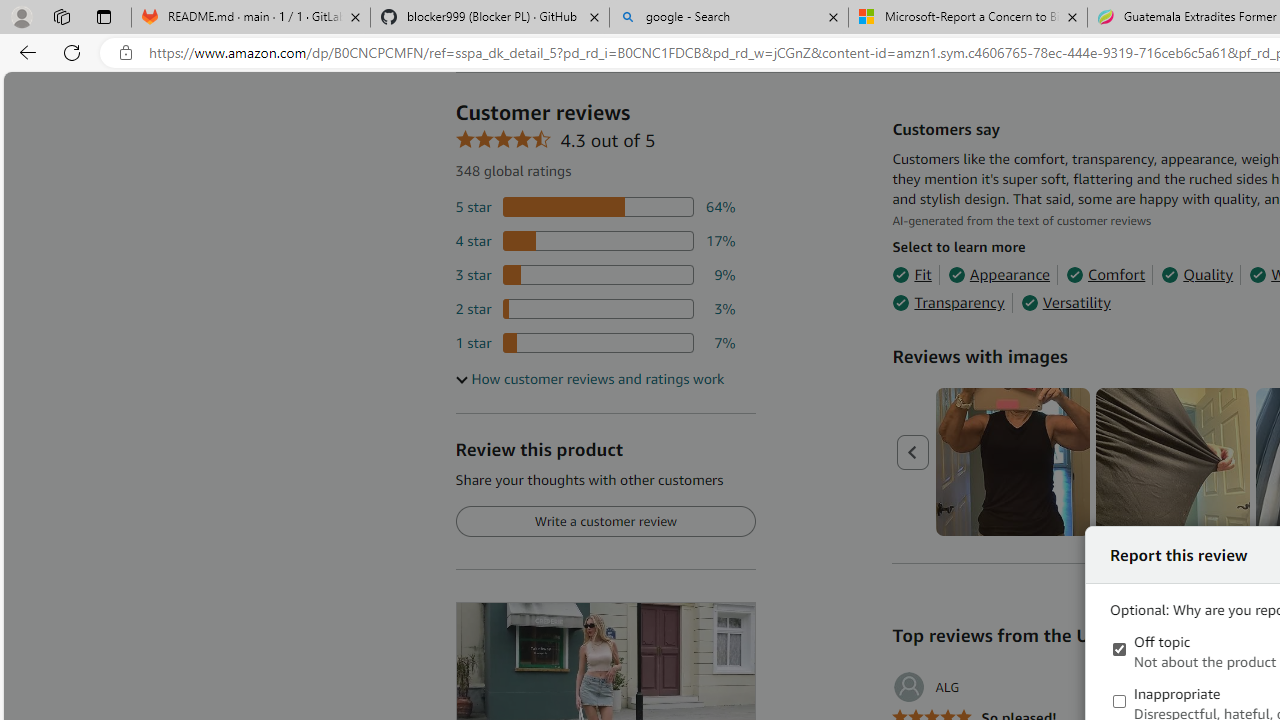 The width and height of the screenshot is (1280, 720). I want to click on 'Previous page', so click(912, 452).